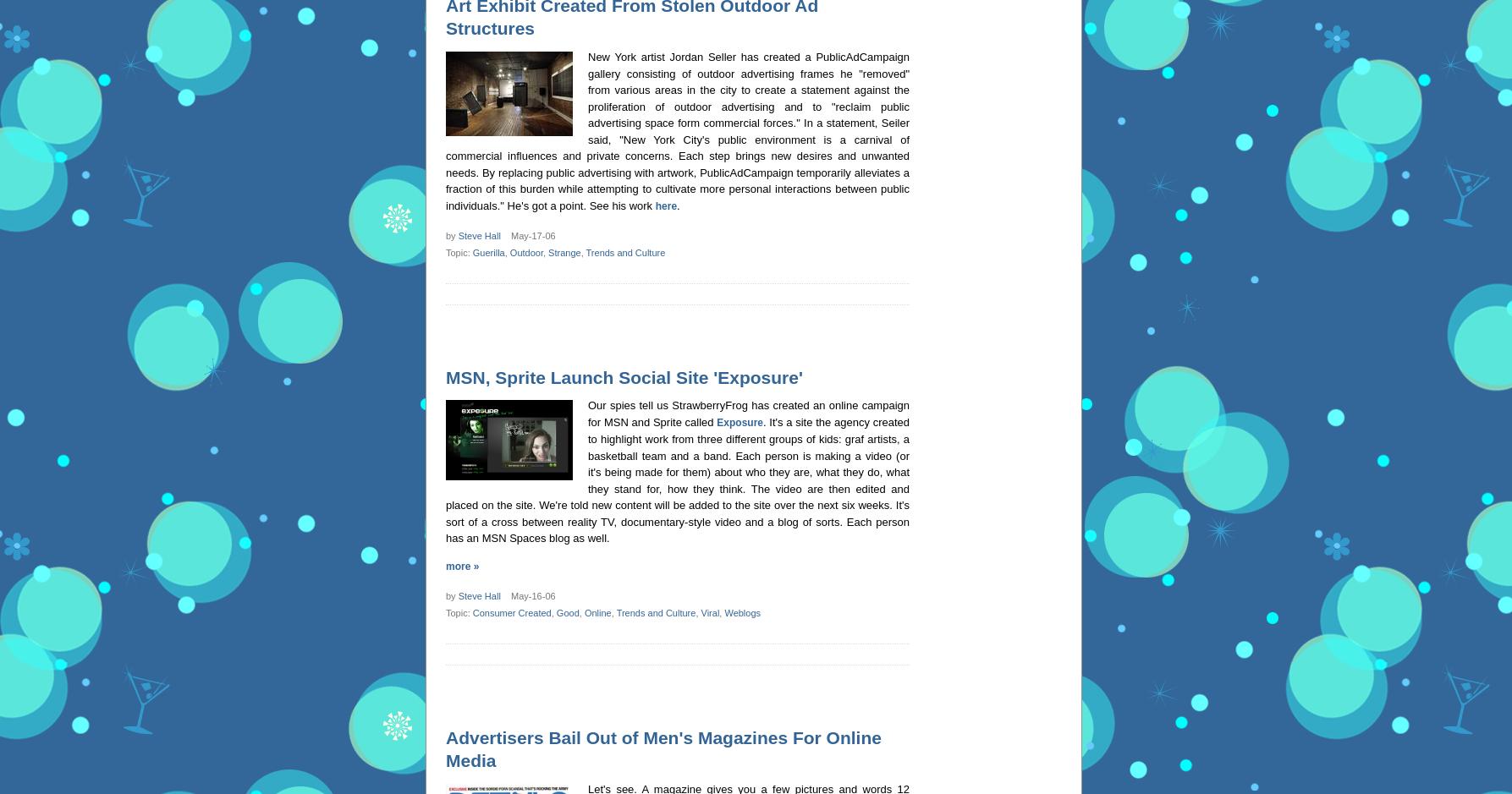  What do you see at coordinates (748, 413) in the screenshot?
I see `'Our spies tell us StrawberryFrog has created an online campaign for MSN and Sprite called'` at bounding box center [748, 413].